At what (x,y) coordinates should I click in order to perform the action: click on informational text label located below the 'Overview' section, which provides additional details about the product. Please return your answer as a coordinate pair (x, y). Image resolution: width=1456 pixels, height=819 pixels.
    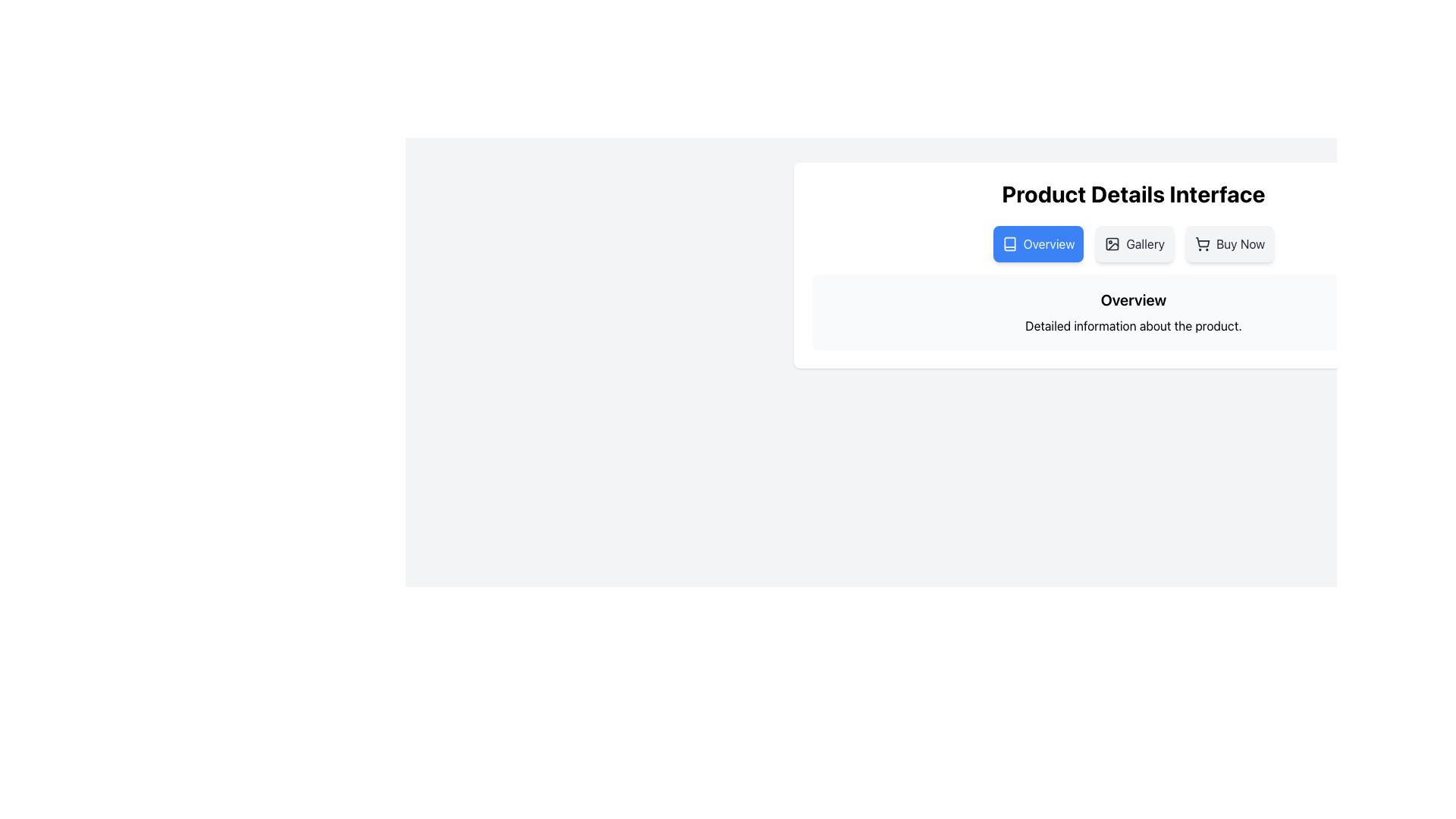
    Looking at the image, I should click on (1133, 325).